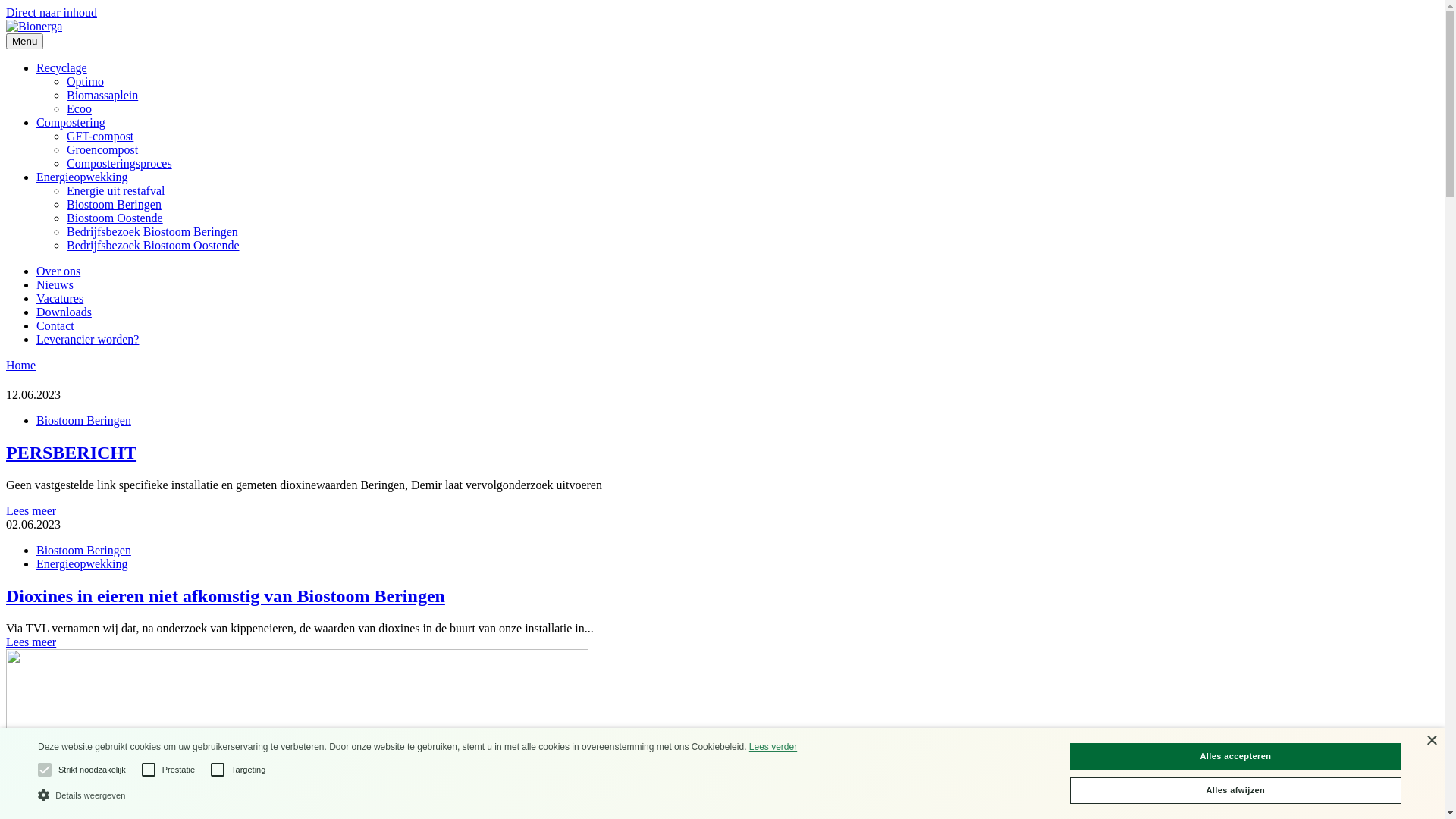 This screenshot has height=819, width=1456. What do you see at coordinates (65, 203) in the screenshot?
I see `'Biostoom Beringen'` at bounding box center [65, 203].